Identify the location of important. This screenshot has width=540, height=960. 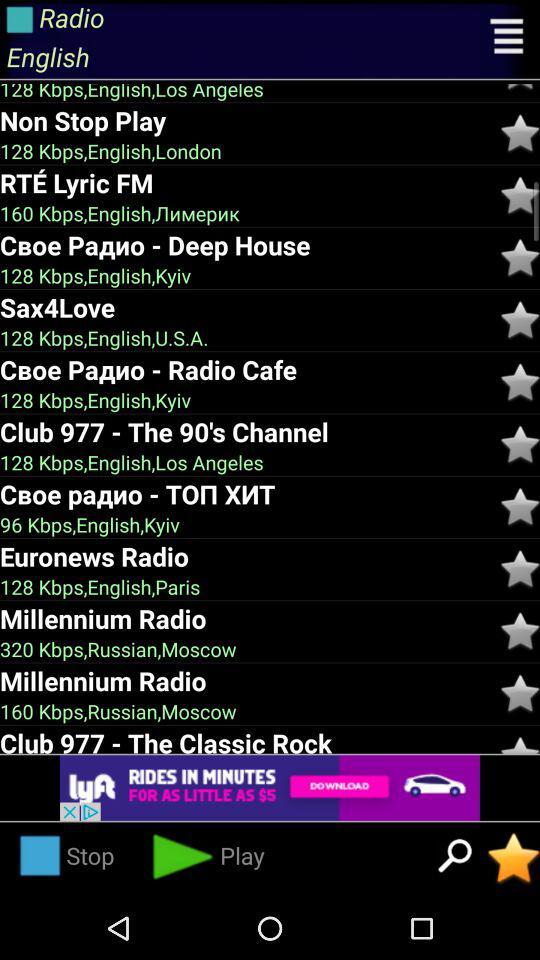
(520, 569).